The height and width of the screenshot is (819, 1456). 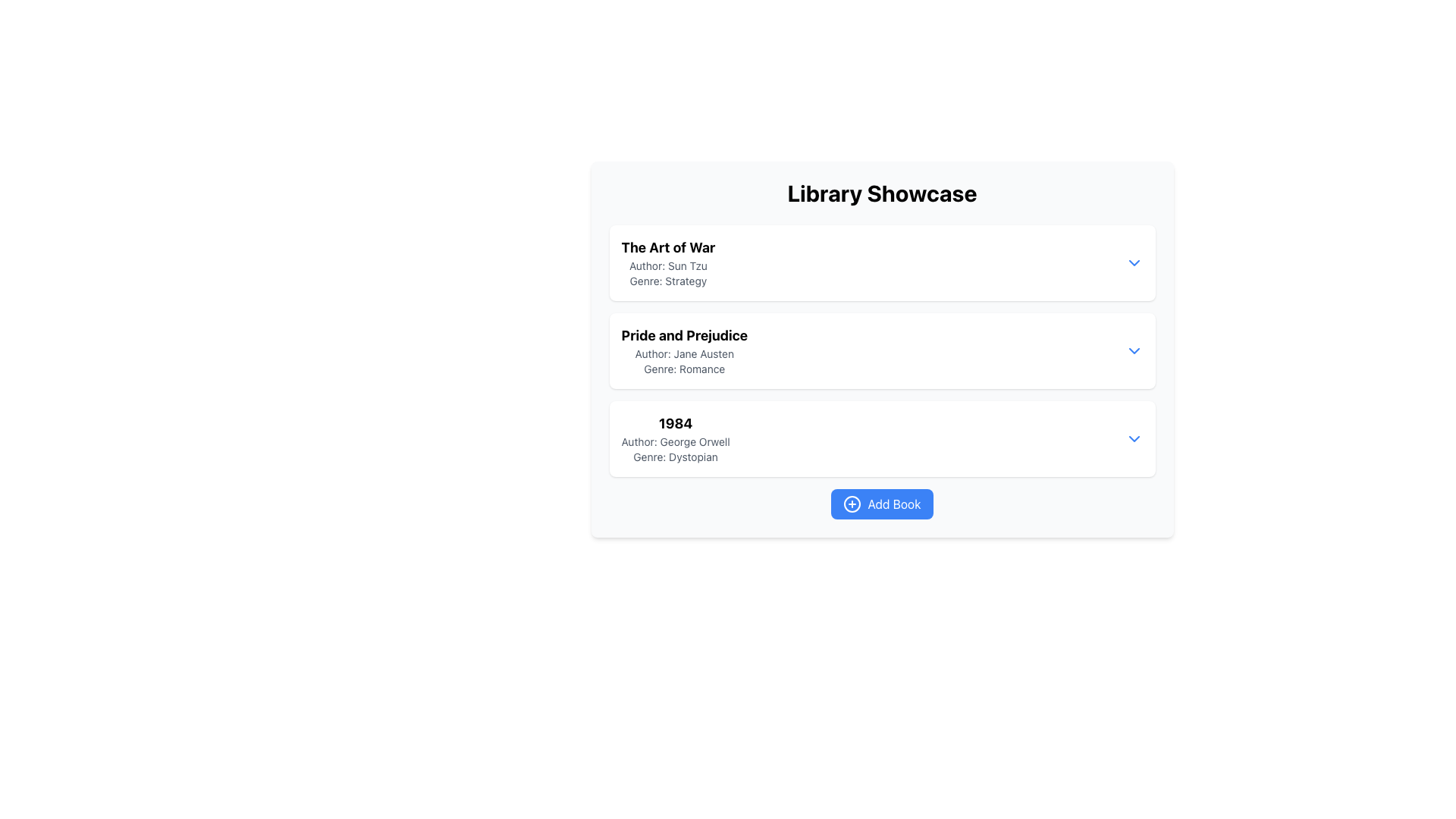 I want to click on the dropdown activator button with SVG icon for the book '1984' to change its color, so click(x=1134, y=438).